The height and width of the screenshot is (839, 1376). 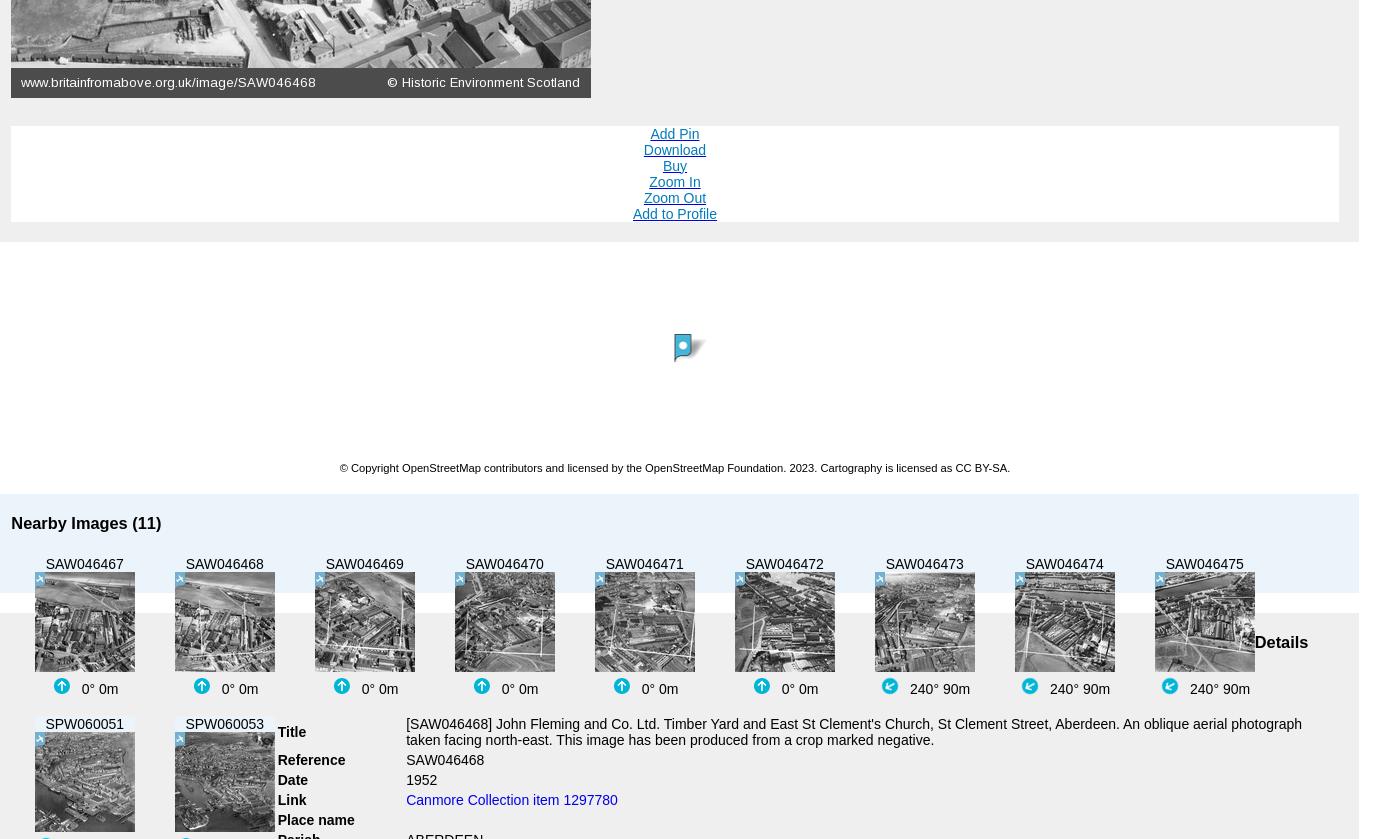 I want to click on 'Add Pin', so click(x=674, y=132).